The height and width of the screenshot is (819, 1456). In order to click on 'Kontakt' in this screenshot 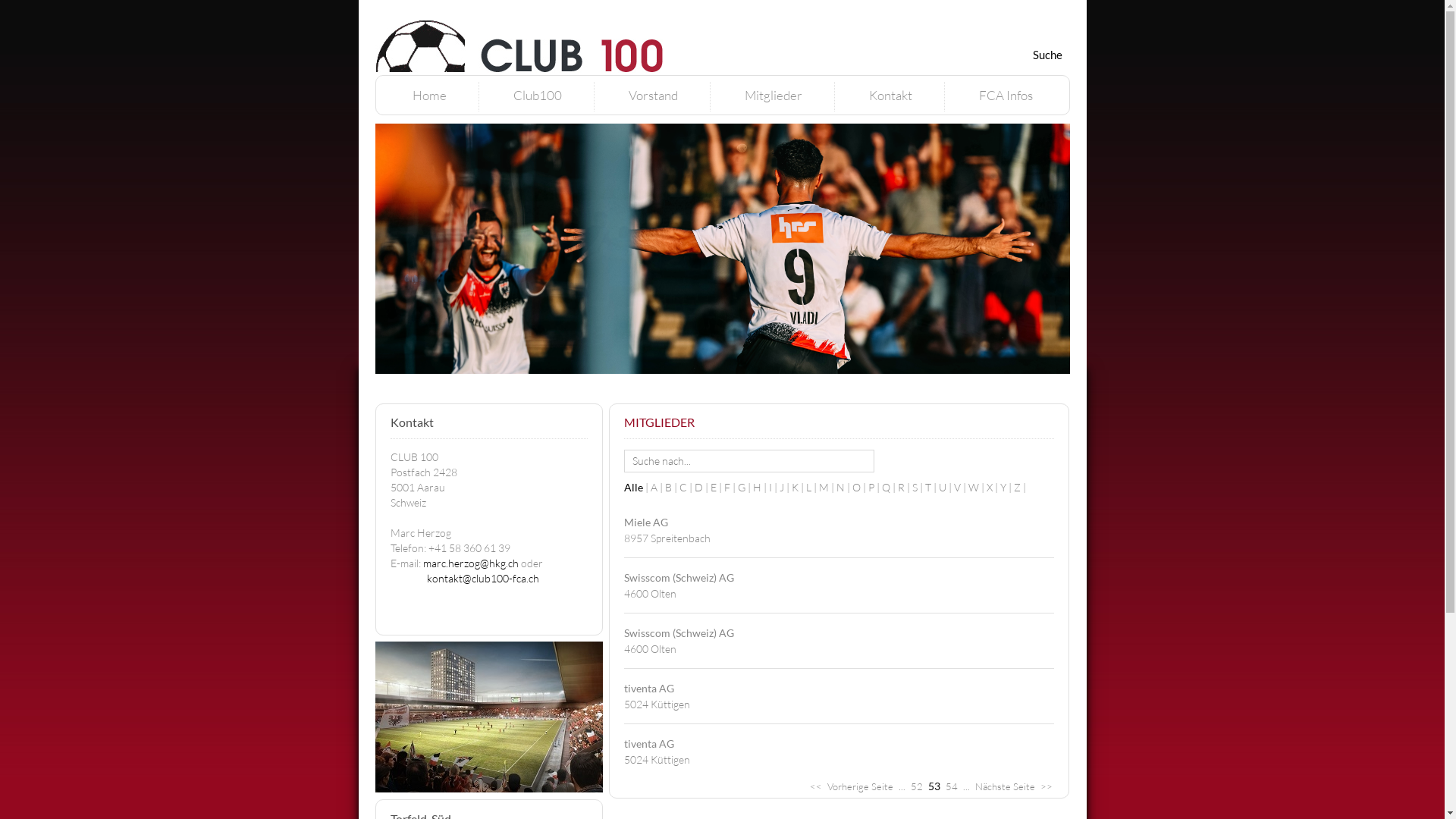, I will do `click(890, 95)`.